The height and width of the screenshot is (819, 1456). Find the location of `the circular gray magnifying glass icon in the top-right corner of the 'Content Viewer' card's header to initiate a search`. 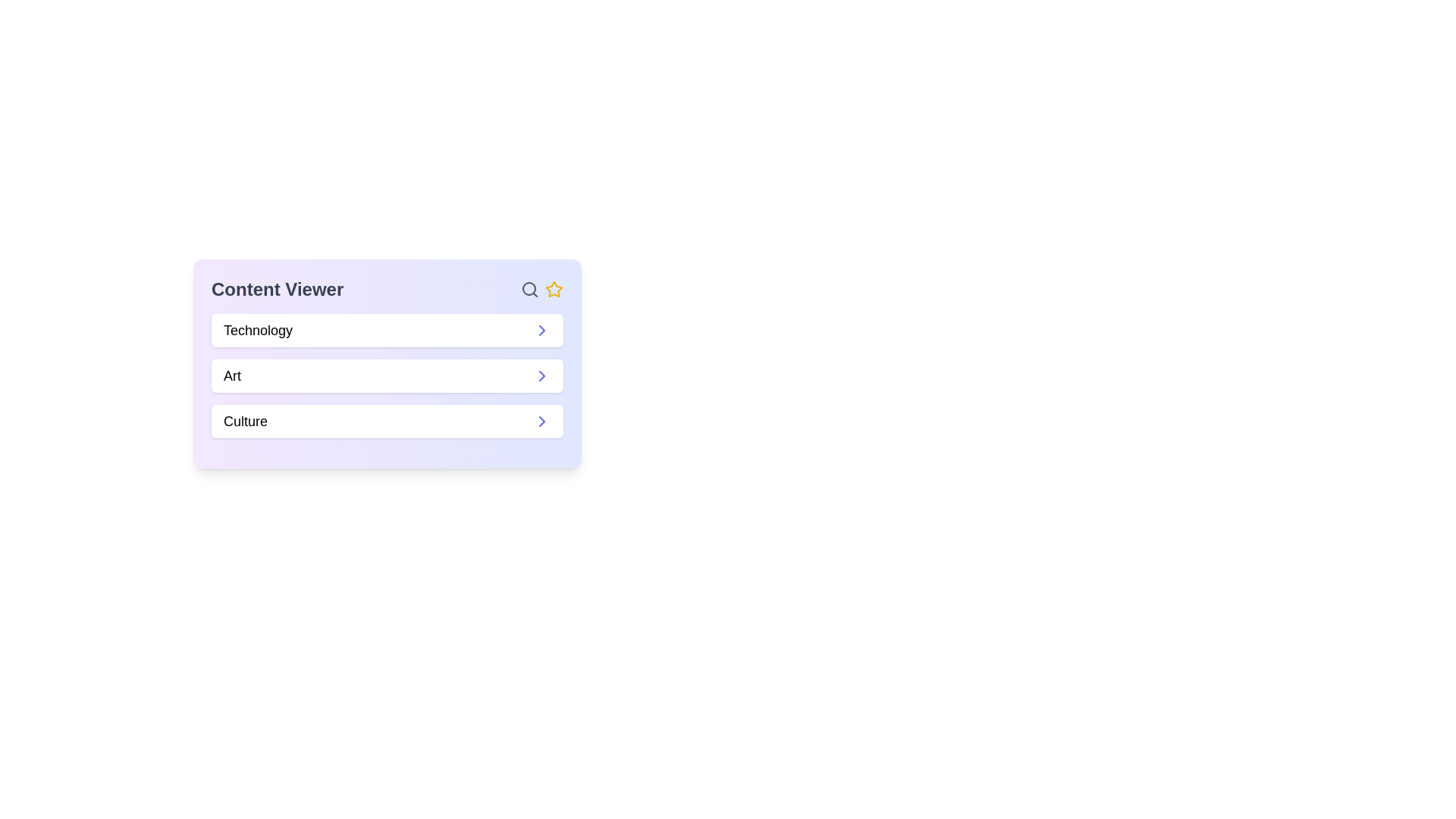

the circular gray magnifying glass icon in the top-right corner of the 'Content Viewer' card's header to initiate a search is located at coordinates (530, 289).